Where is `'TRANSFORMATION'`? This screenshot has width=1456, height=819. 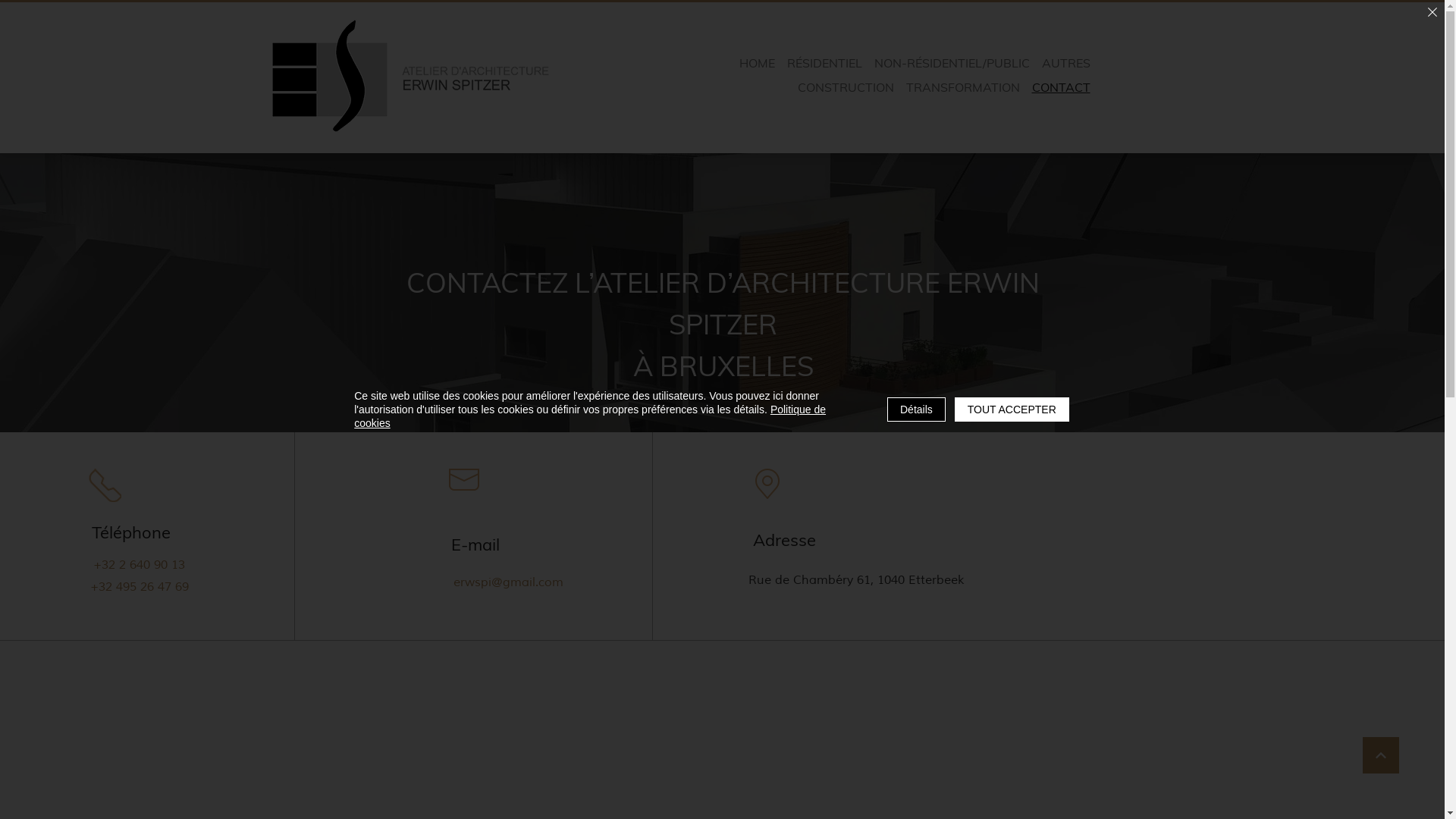 'TRANSFORMATION' is located at coordinates (962, 87).